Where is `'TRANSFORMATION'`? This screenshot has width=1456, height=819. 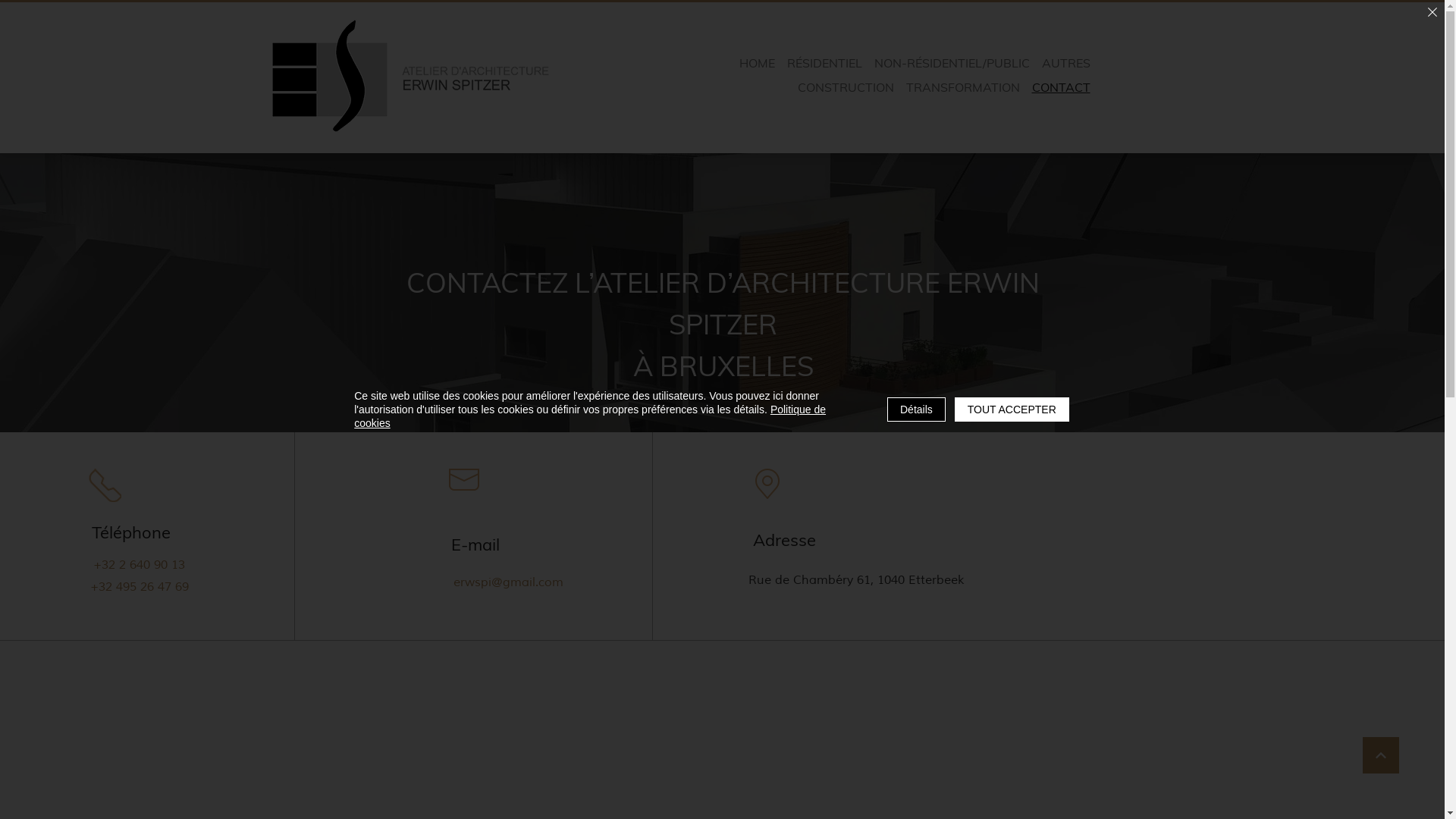 'TRANSFORMATION' is located at coordinates (962, 87).